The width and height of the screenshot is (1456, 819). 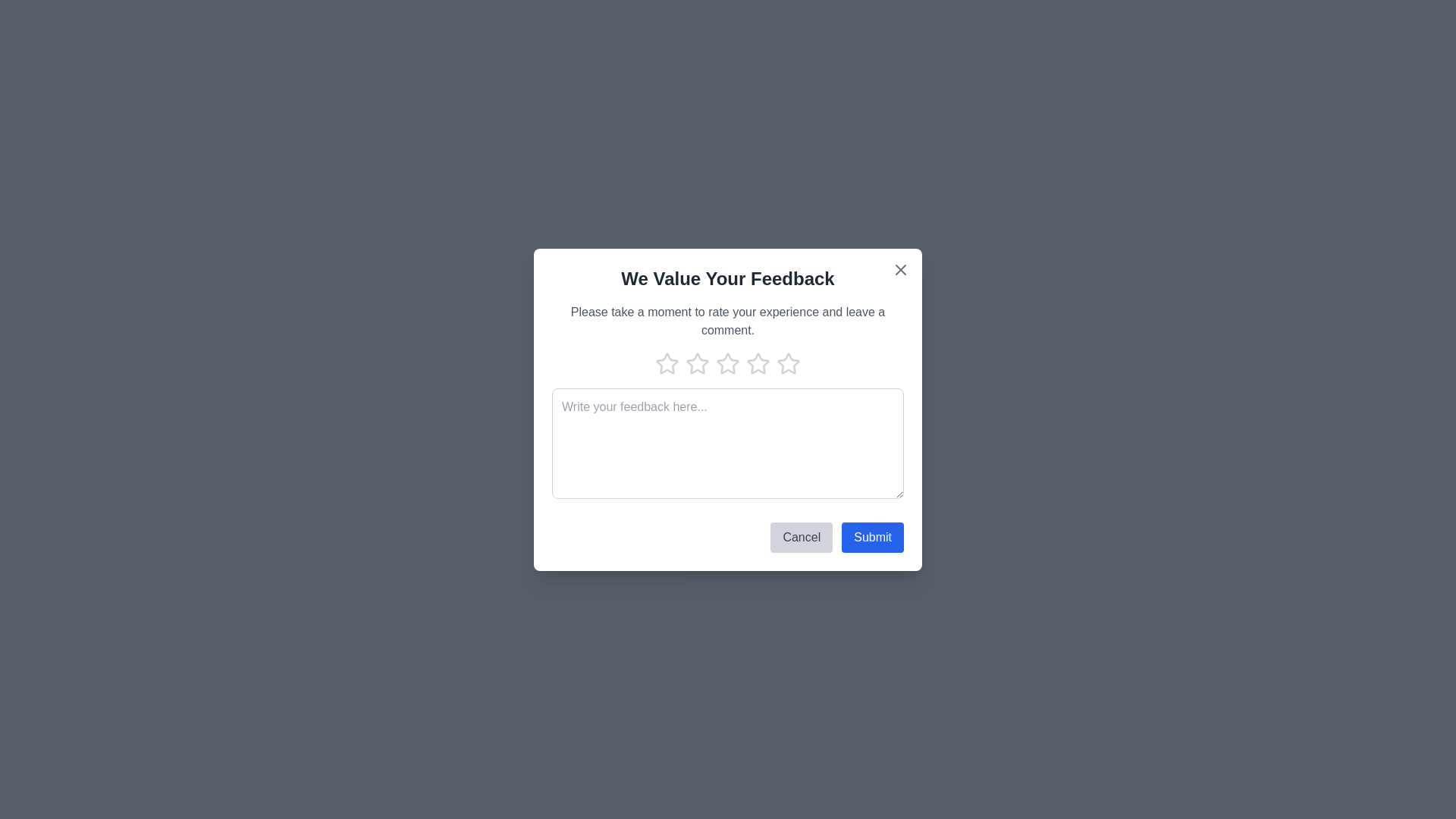 I want to click on static text content that provides instructions for rating the experience and leaving feedback, located below the title 'We Value Your Feedback' and above the star rating control in the feedback modal, so click(x=728, y=320).